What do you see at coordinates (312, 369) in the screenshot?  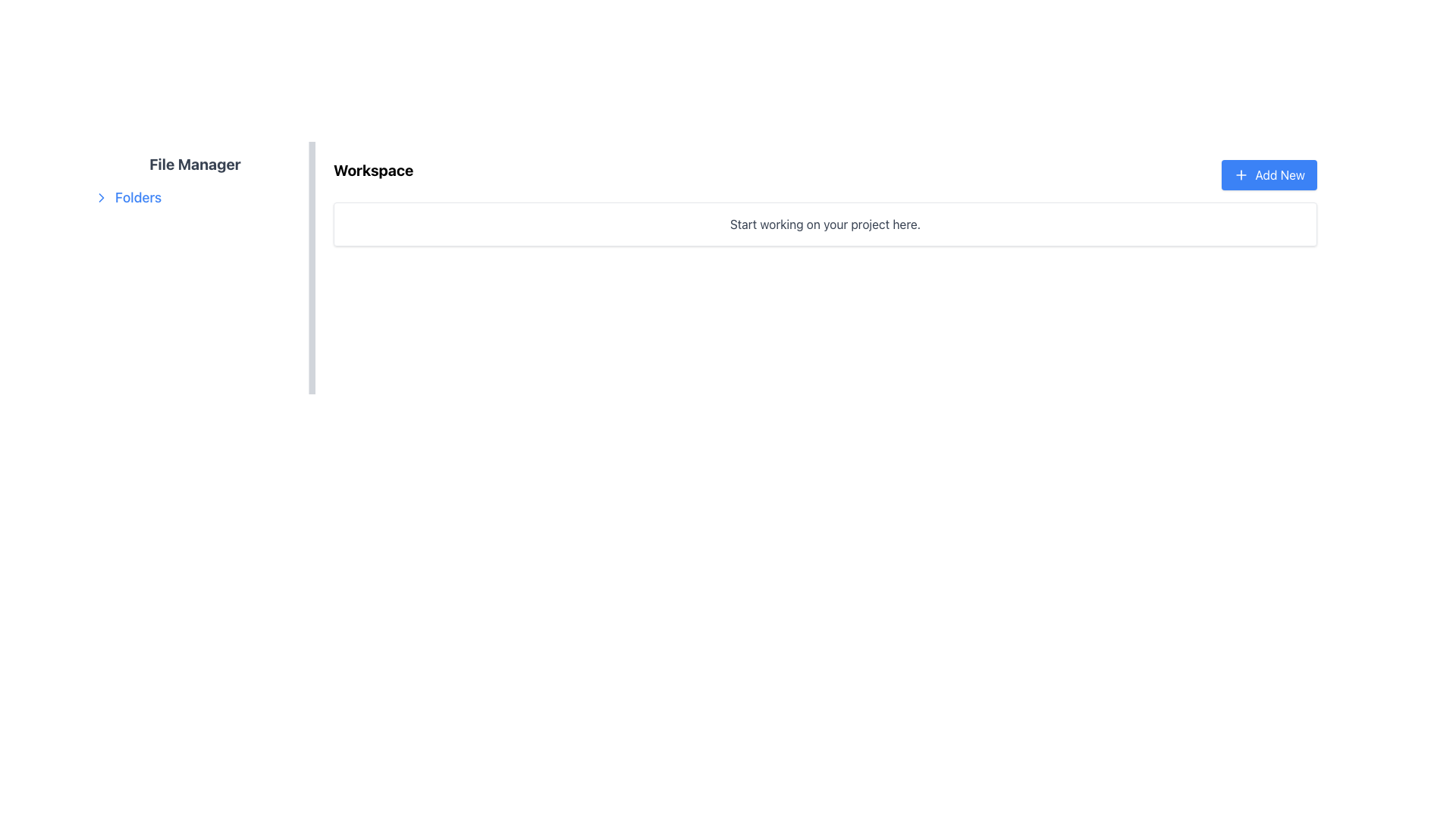 I see `the resizable divider handle located at the far right of the left panel` at bounding box center [312, 369].